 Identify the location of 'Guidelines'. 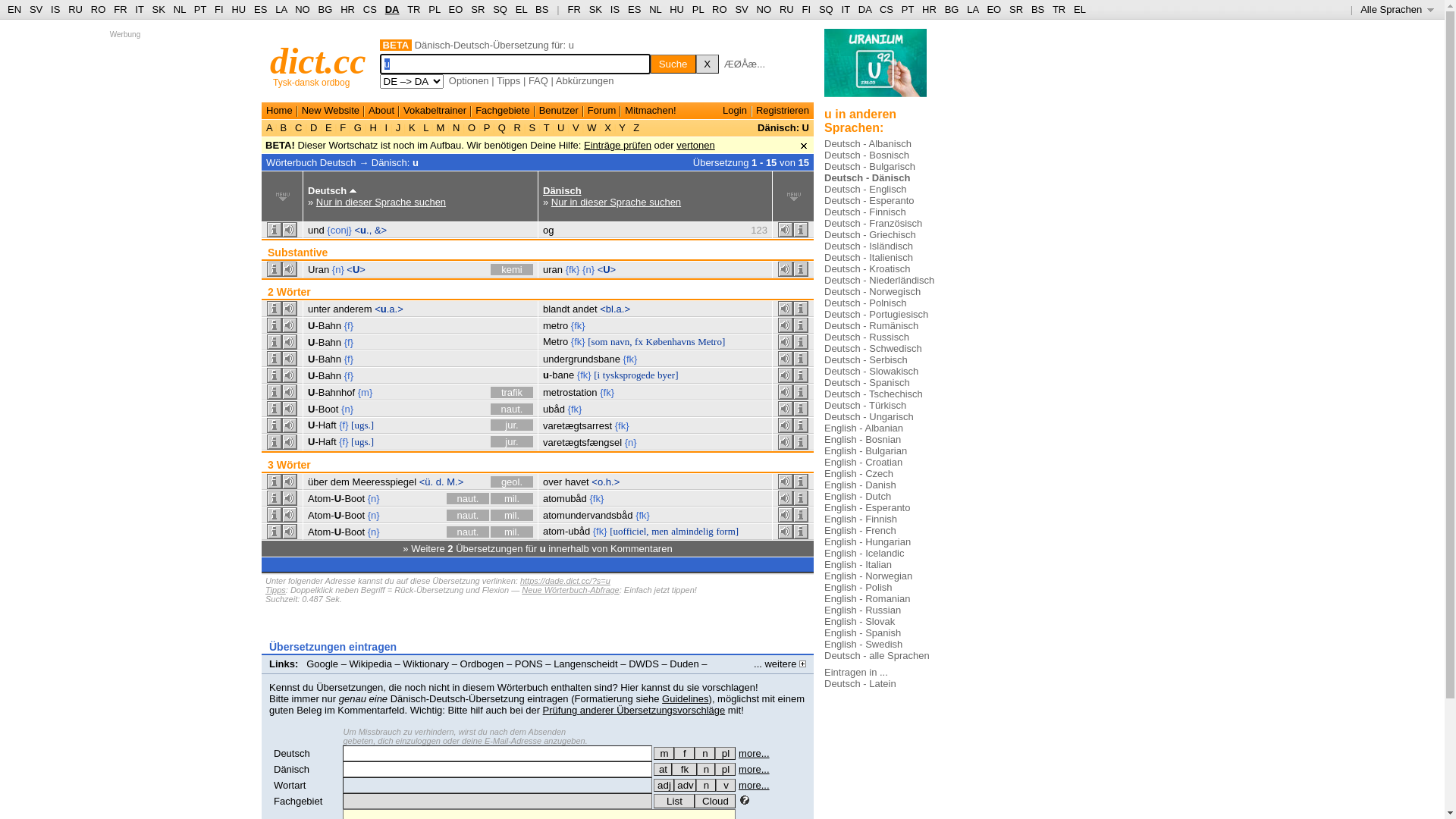
(662, 698).